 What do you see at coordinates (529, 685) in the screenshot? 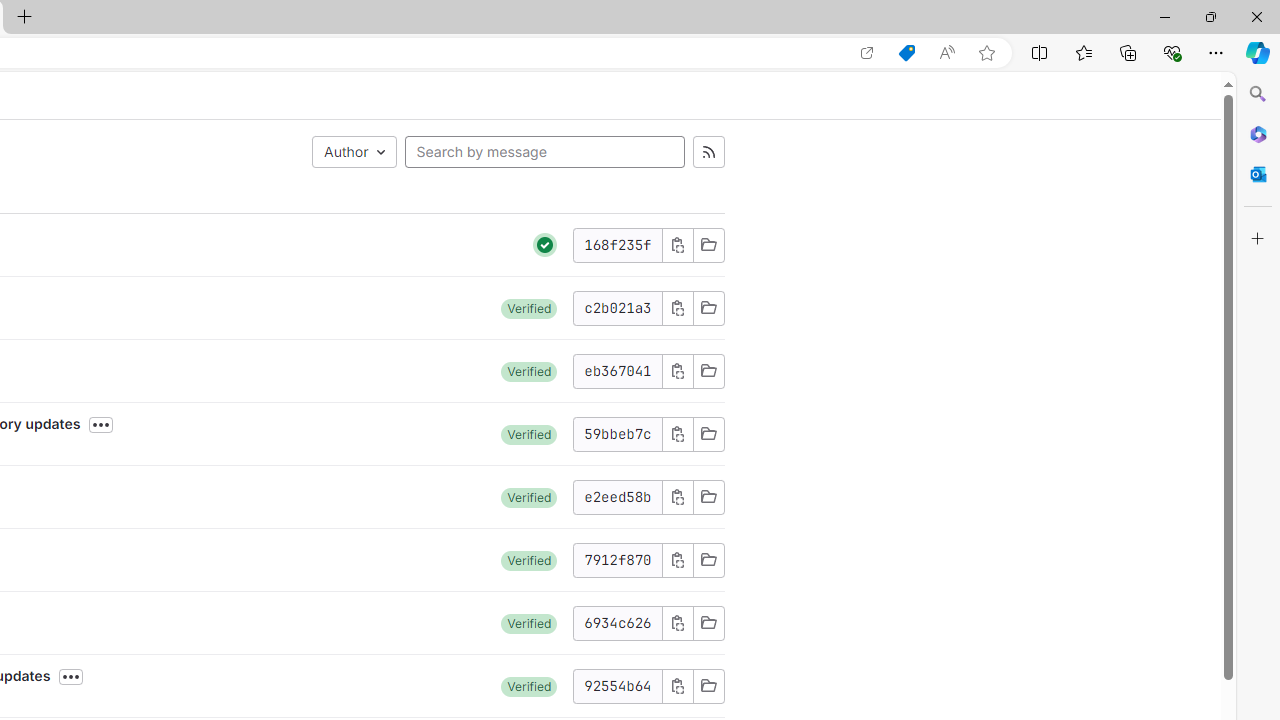
I see `'Verified'` at bounding box center [529, 685].